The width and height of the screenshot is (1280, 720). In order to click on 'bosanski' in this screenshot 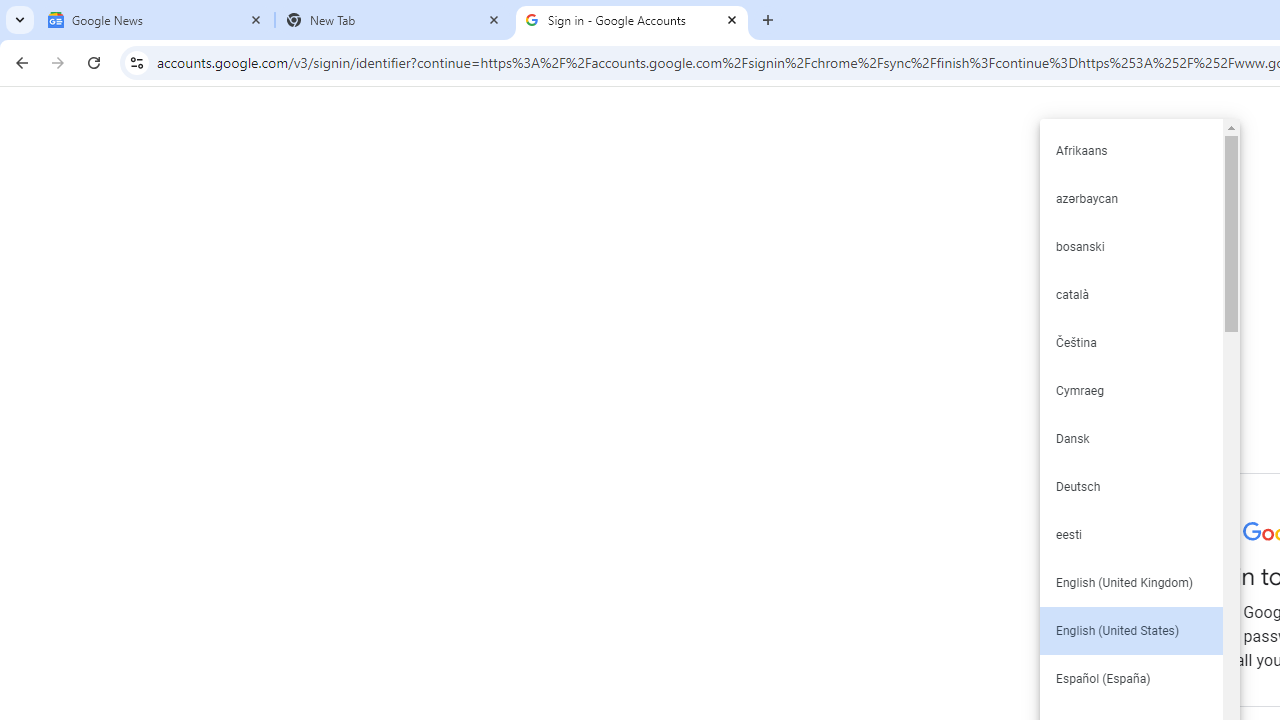, I will do `click(1130, 245)`.